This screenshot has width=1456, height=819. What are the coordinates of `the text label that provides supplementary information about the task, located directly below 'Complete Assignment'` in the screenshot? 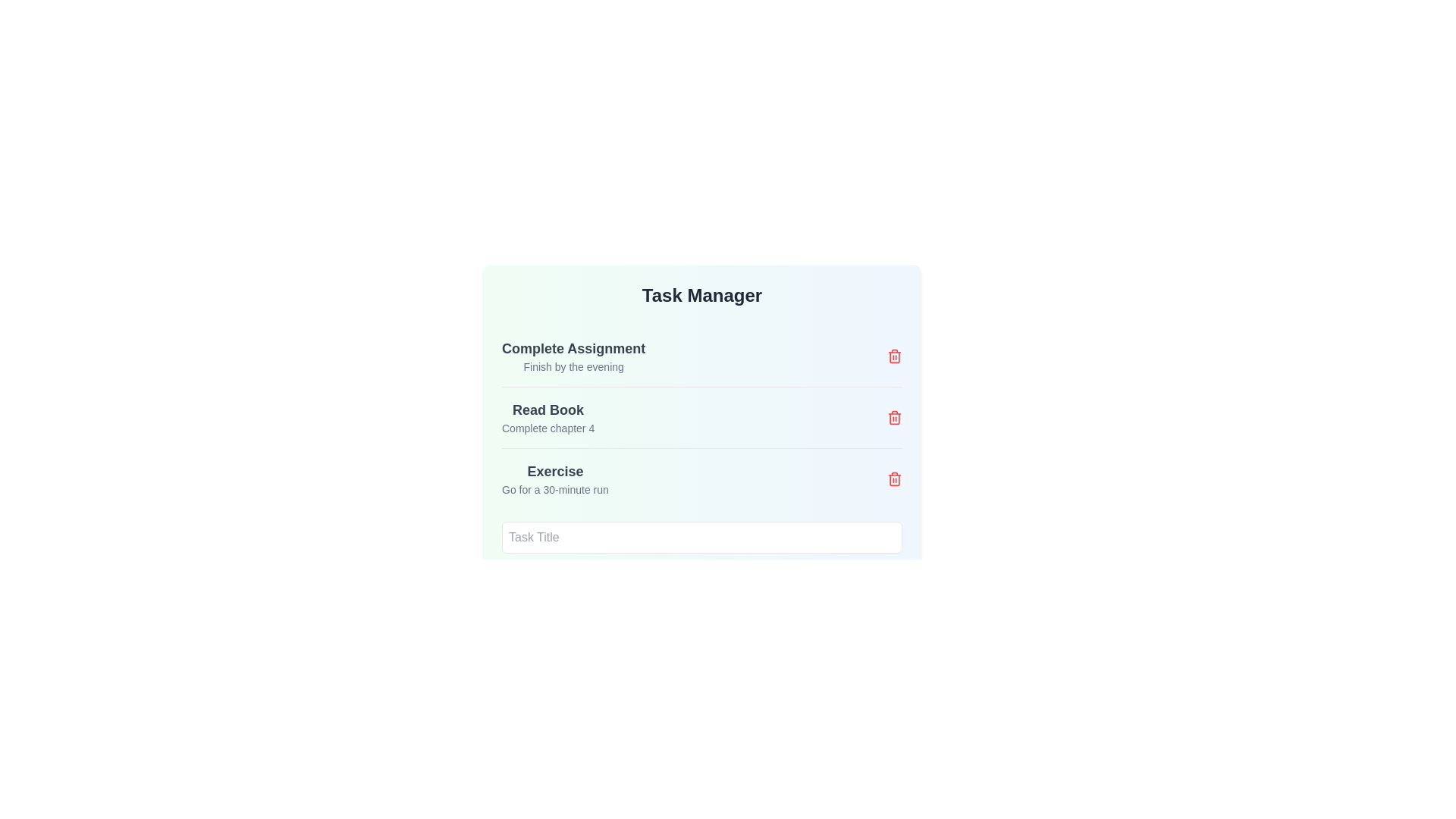 It's located at (573, 366).